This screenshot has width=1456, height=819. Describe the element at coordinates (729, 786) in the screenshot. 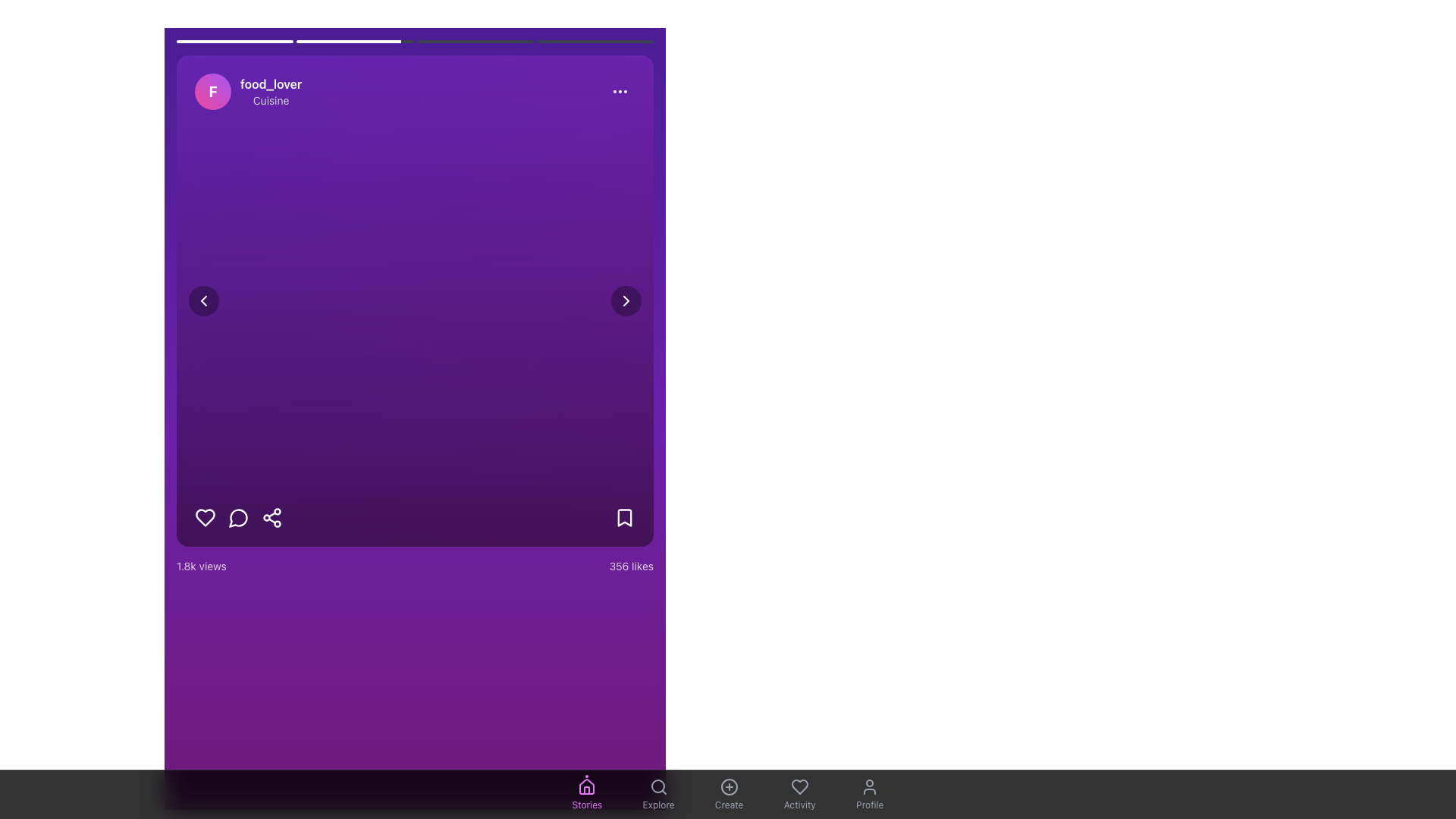

I see `the 'Create' button located centrally in the bottom navigation bar` at that location.